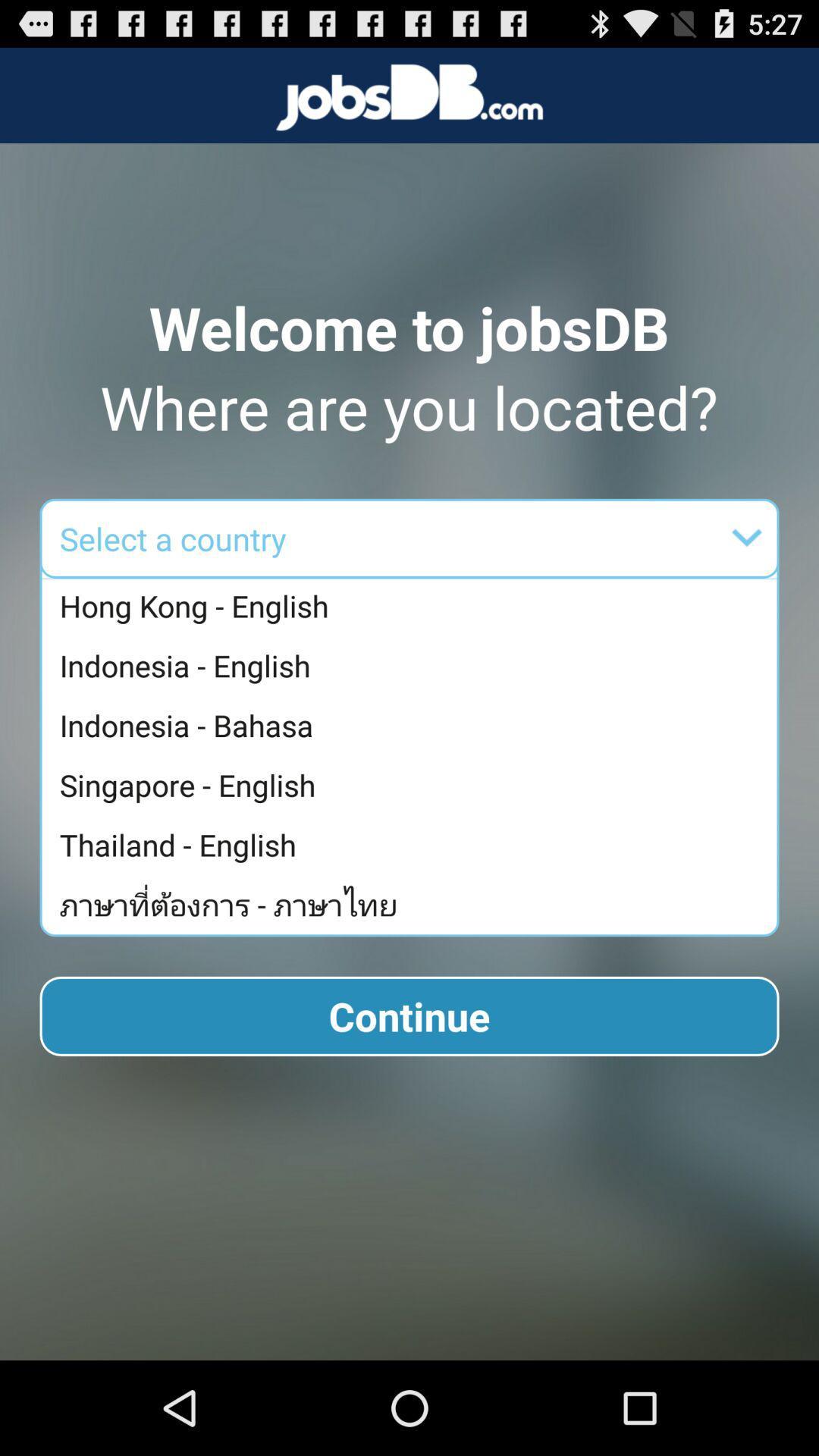 The height and width of the screenshot is (1456, 819). What do you see at coordinates (413, 904) in the screenshot?
I see `app below the thailand - english` at bounding box center [413, 904].